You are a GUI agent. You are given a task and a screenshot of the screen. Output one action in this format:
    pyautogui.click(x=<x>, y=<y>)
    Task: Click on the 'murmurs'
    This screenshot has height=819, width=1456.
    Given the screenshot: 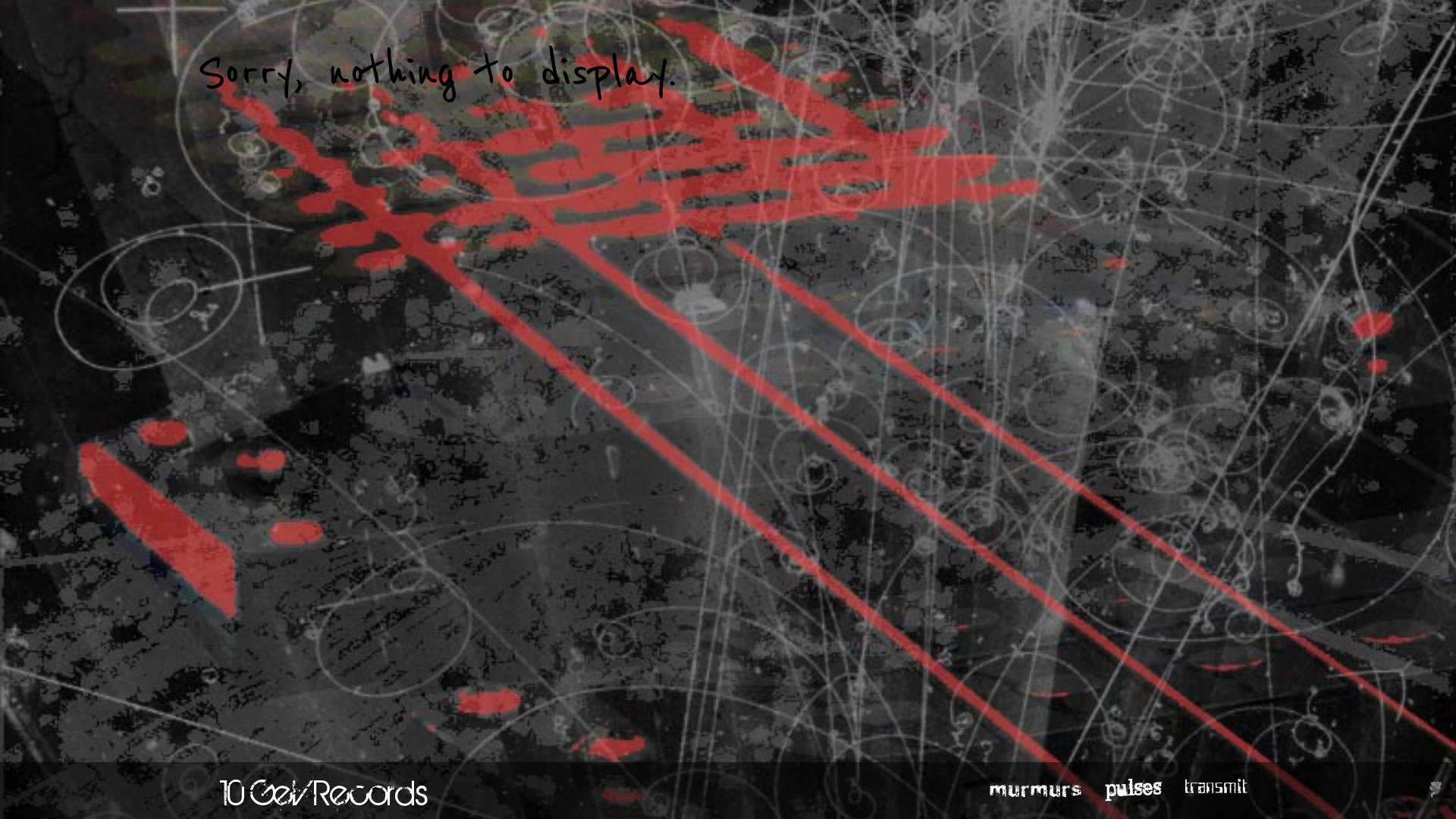 What is the action you would take?
    pyautogui.click(x=1035, y=789)
    